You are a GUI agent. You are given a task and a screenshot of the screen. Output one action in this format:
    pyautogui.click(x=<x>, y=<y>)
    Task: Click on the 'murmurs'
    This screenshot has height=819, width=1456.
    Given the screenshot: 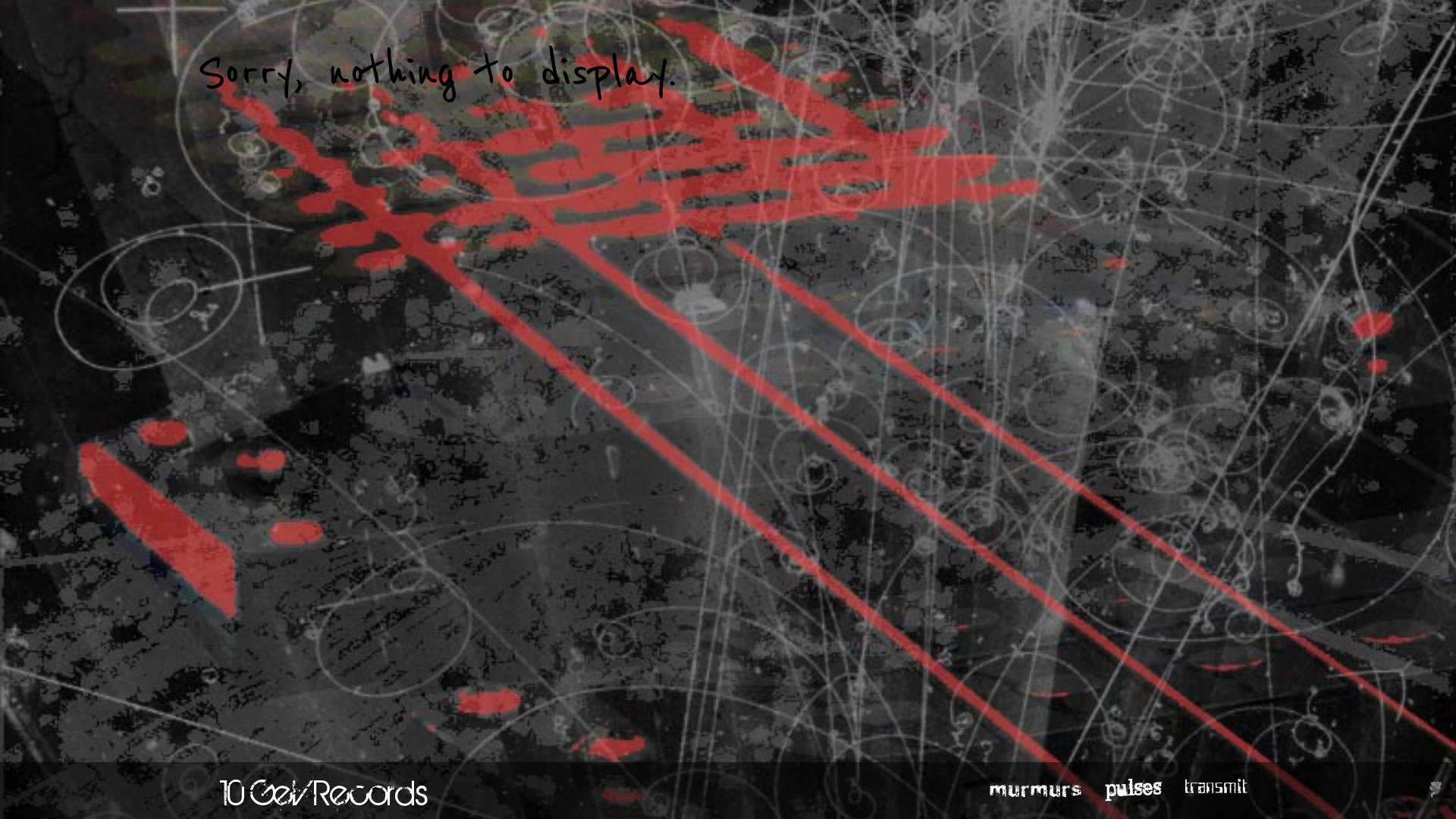 What is the action you would take?
    pyautogui.click(x=1035, y=789)
    